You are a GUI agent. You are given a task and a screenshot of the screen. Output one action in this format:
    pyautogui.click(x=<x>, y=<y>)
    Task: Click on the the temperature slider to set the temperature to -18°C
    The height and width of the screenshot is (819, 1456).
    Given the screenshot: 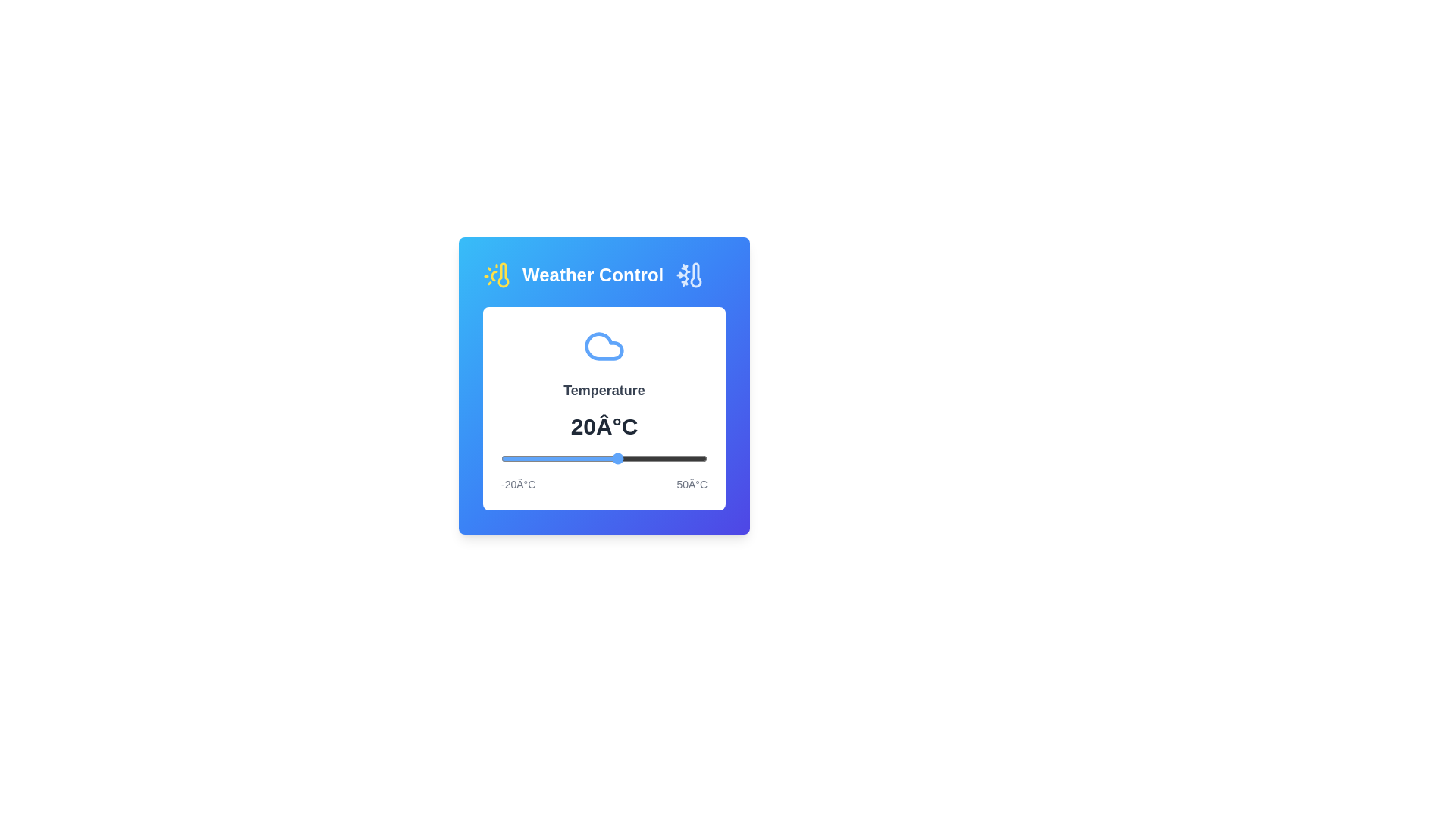 What is the action you would take?
    pyautogui.click(x=507, y=458)
    